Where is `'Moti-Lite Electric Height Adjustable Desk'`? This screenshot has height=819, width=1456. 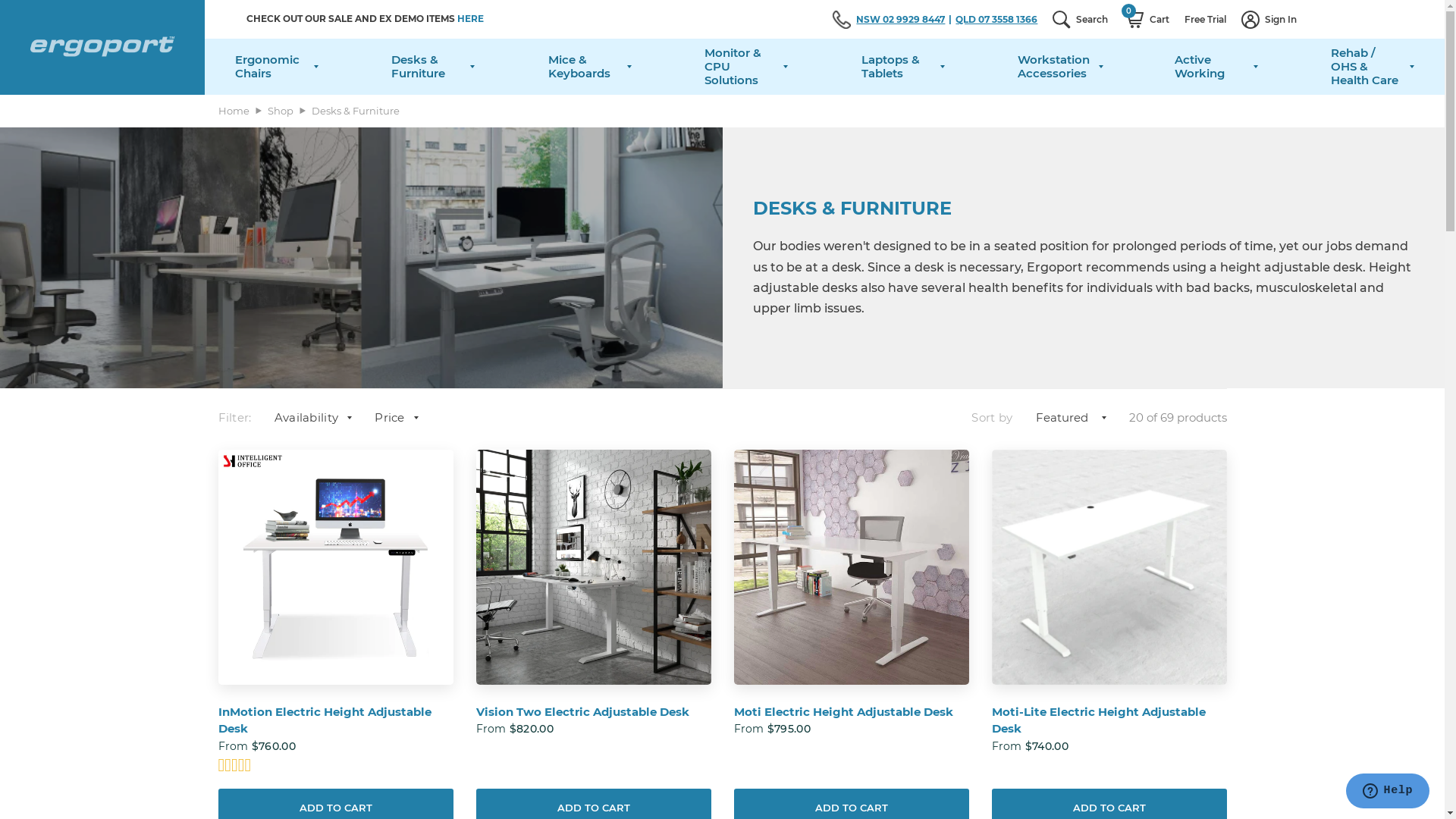 'Moti-Lite Electric Height Adjustable Desk' is located at coordinates (1109, 720).